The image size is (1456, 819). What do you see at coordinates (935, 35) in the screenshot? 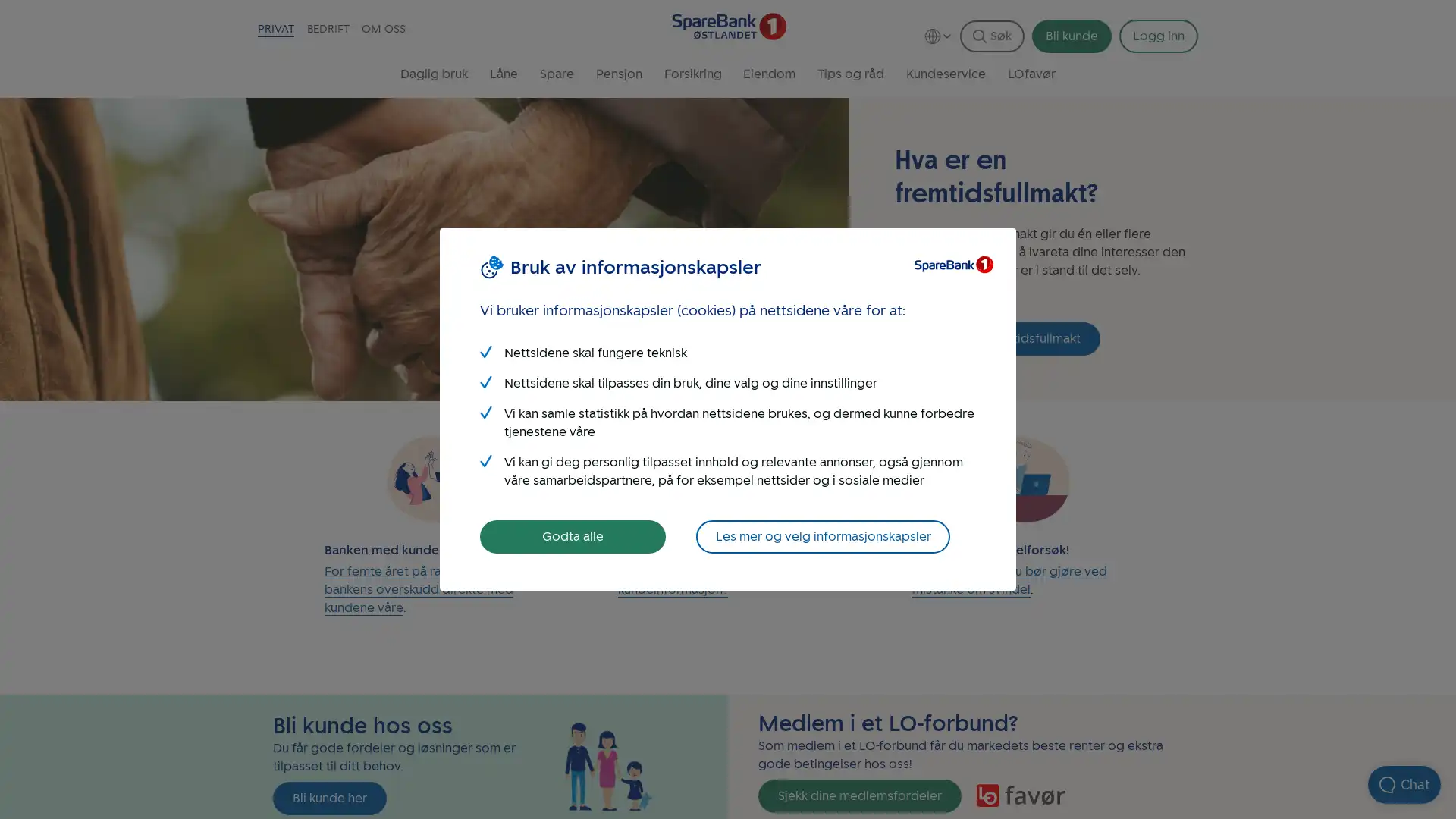
I see `Language` at bounding box center [935, 35].